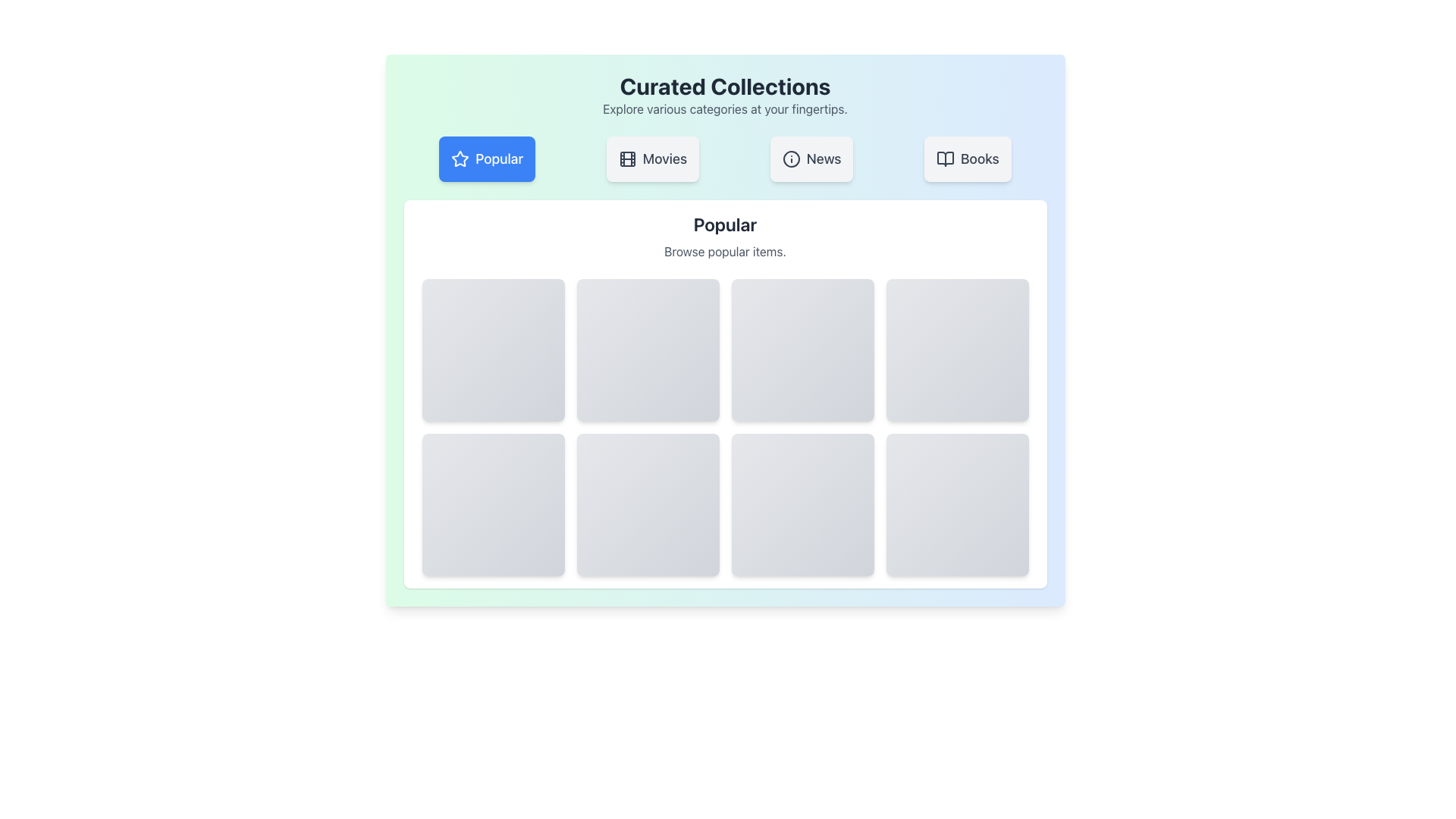 This screenshot has width=1456, height=819. I want to click on the 'Popular' text label within the blue rounded rectangular button, so click(499, 158).